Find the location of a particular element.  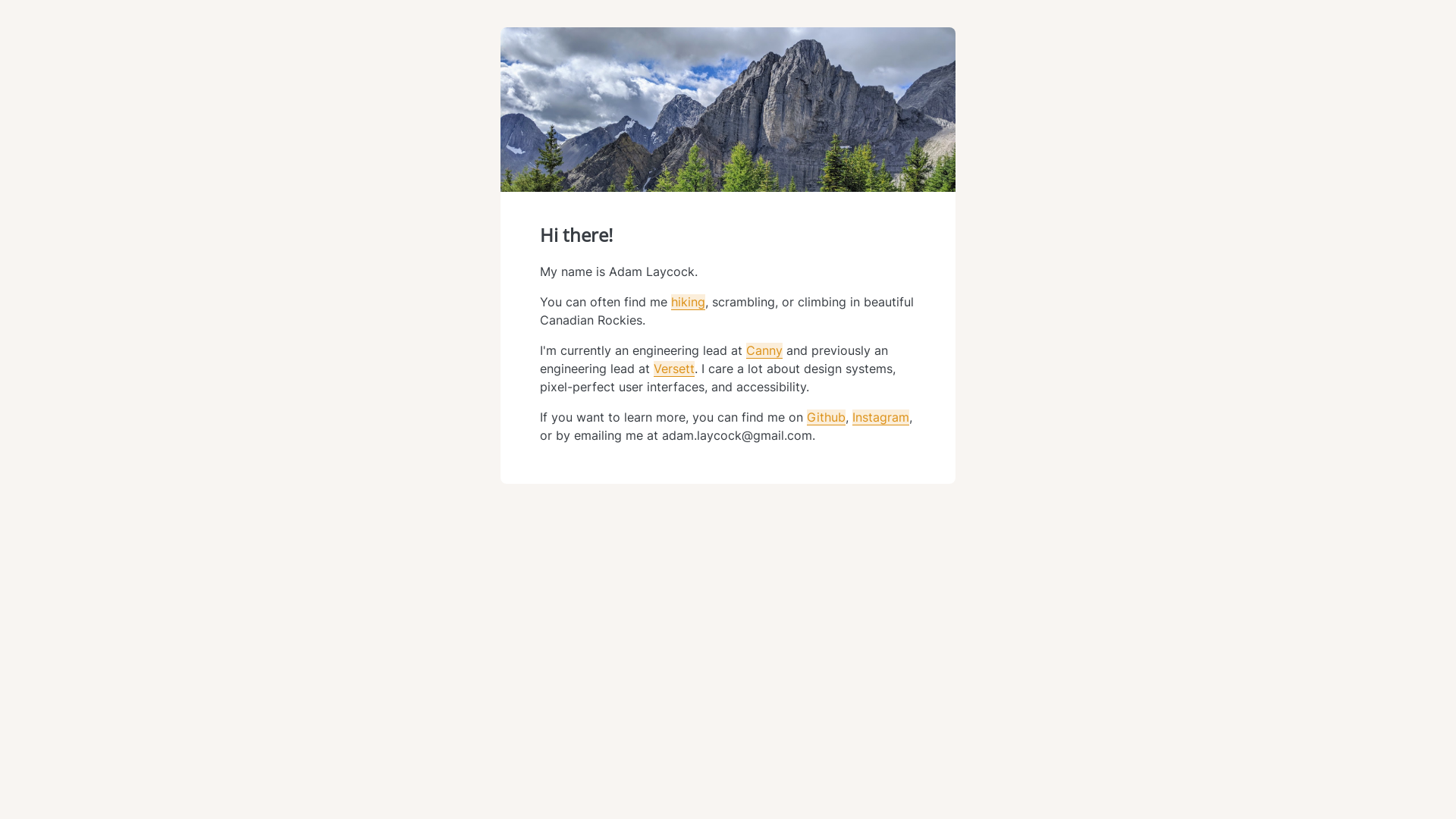

'Instagram' is located at coordinates (852, 417).